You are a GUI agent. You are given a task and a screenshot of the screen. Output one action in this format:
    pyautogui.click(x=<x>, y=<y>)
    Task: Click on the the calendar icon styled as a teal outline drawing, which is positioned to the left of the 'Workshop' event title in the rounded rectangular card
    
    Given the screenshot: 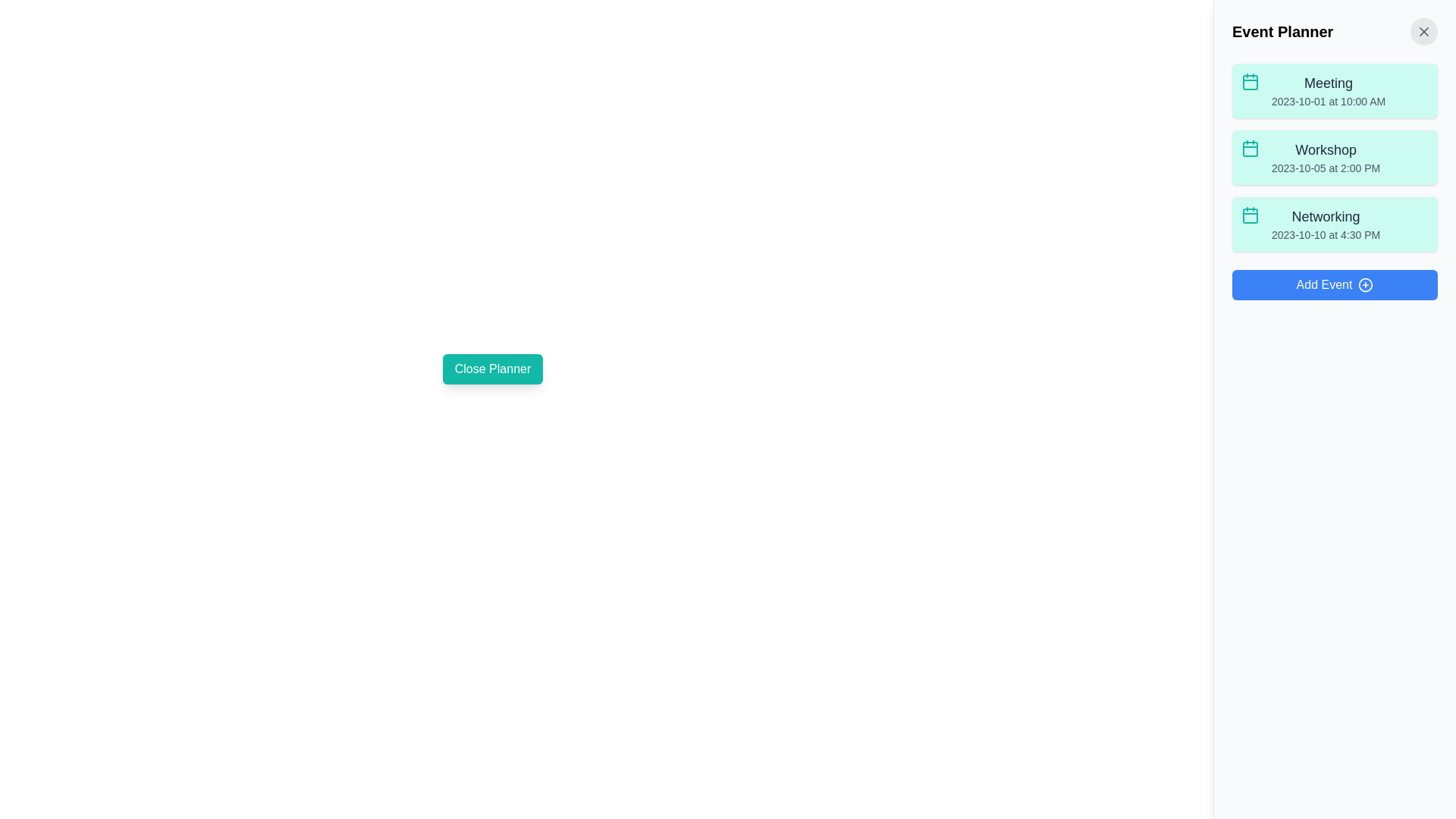 What is the action you would take?
    pyautogui.click(x=1250, y=149)
    